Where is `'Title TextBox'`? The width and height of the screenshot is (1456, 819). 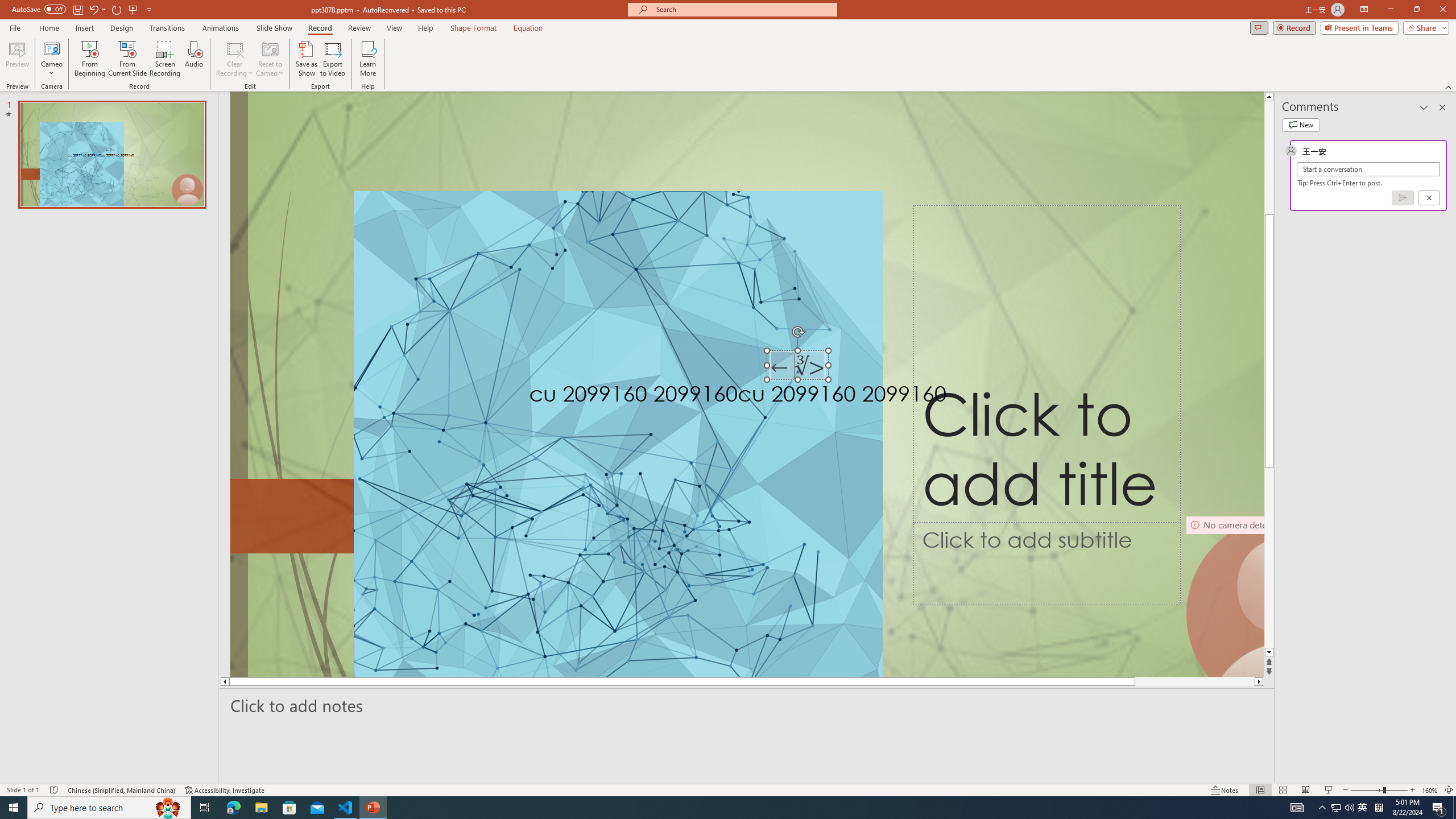
'Title TextBox' is located at coordinates (1046, 363).